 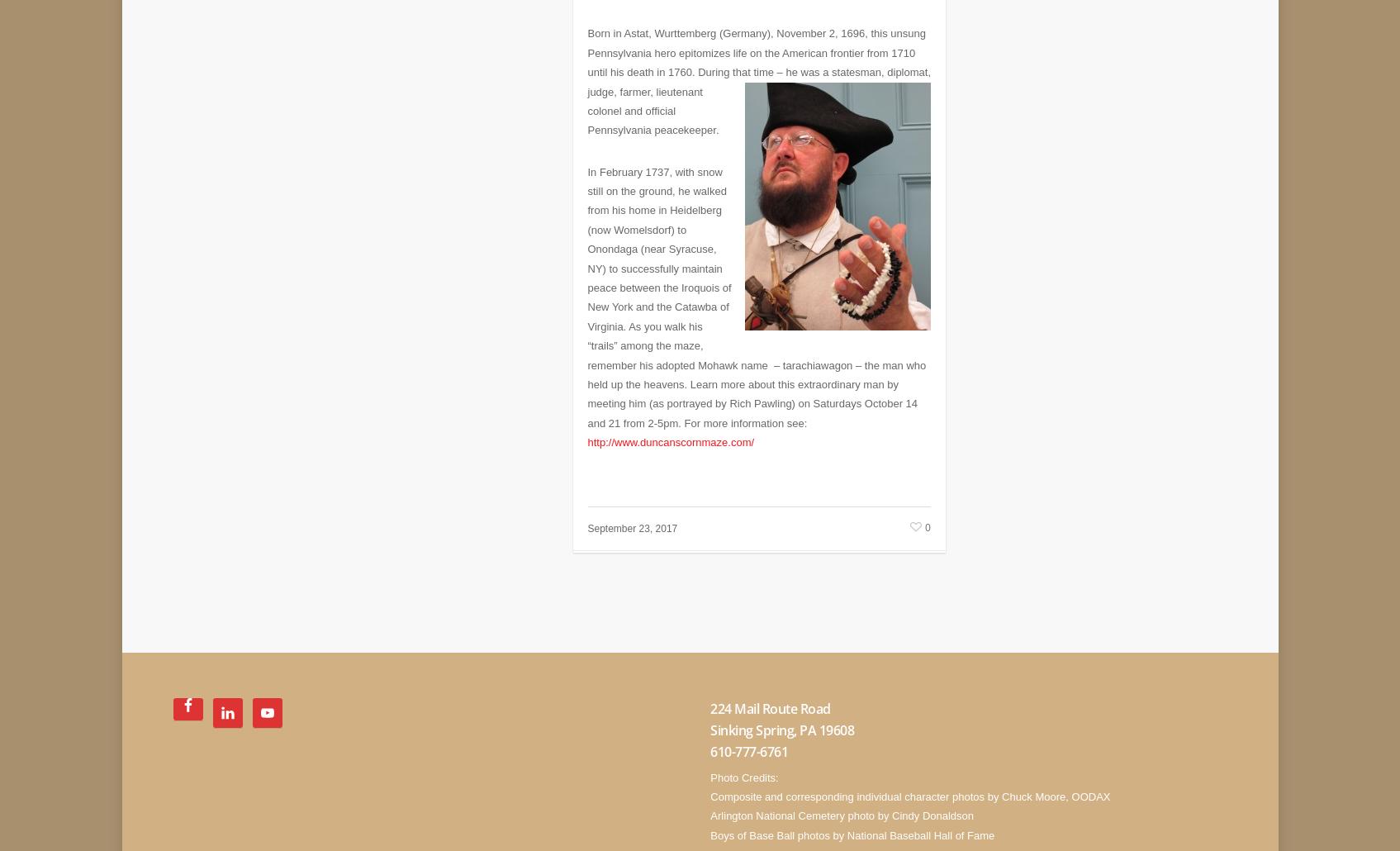 What do you see at coordinates (747, 739) in the screenshot?
I see `'610-777-6761'` at bounding box center [747, 739].